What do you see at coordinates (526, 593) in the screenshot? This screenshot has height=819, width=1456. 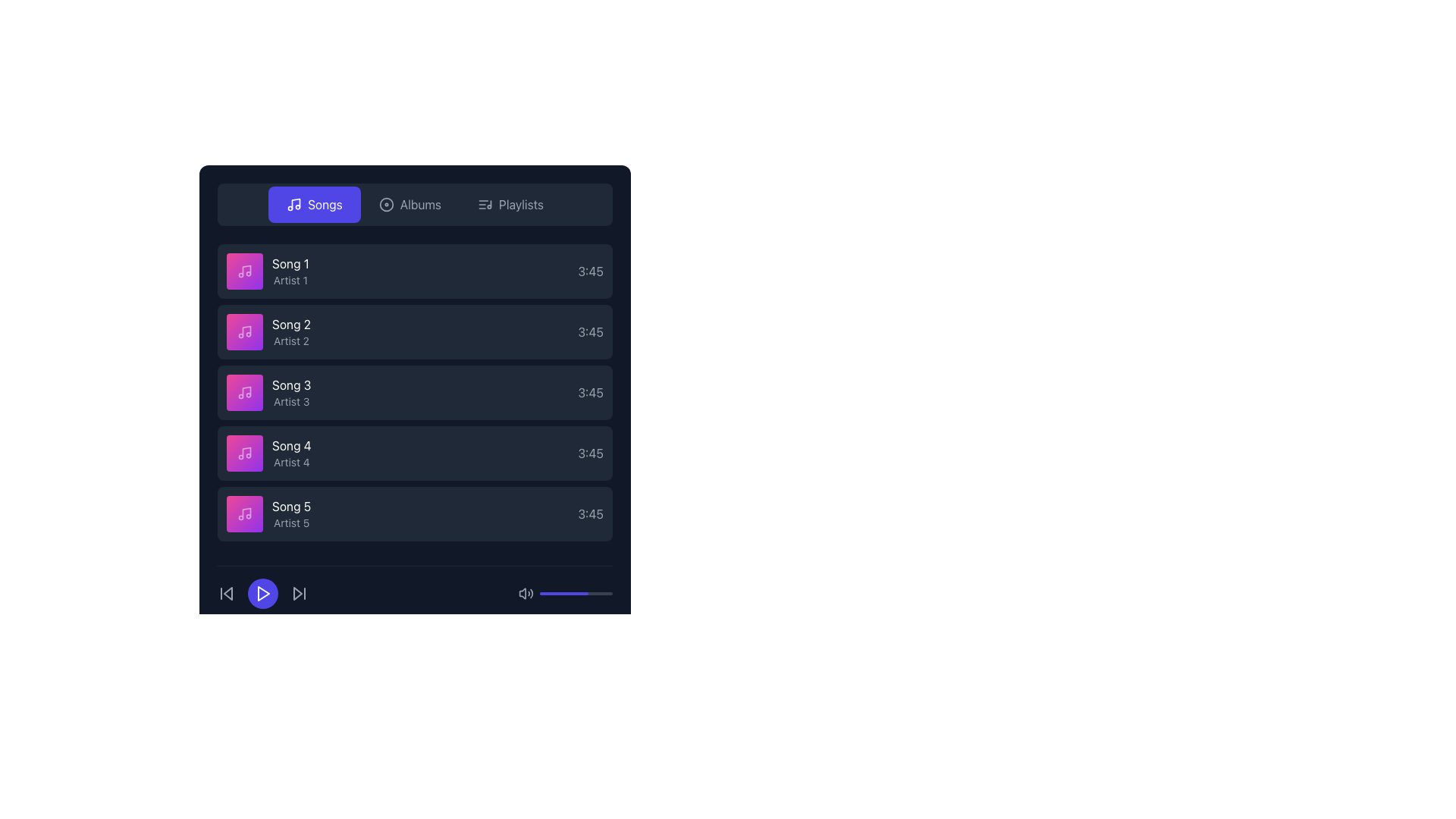 I see `the sound volume icon located at the bottom-right section of the interface to adjust the volume settings` at bounding box center [526, 593].